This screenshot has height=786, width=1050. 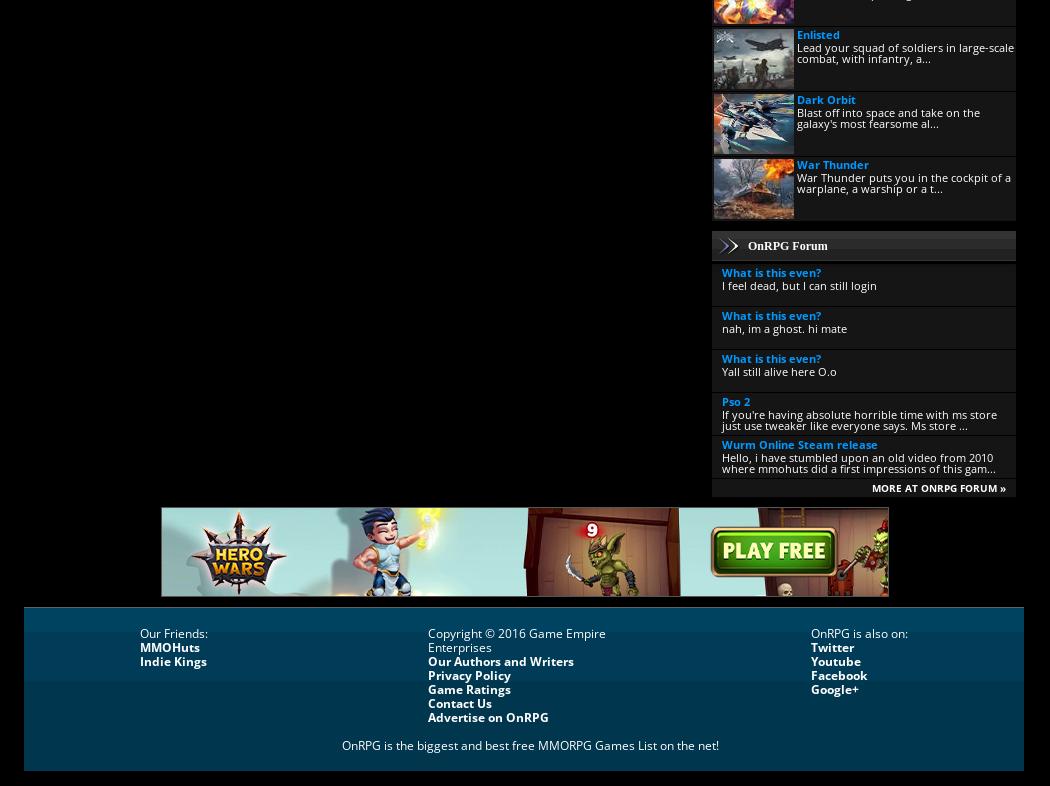 What do you see at coordinates (718, 498) in the screenshot?
I see `'Star Wars: Combine'` at bounding box center [718, 498].